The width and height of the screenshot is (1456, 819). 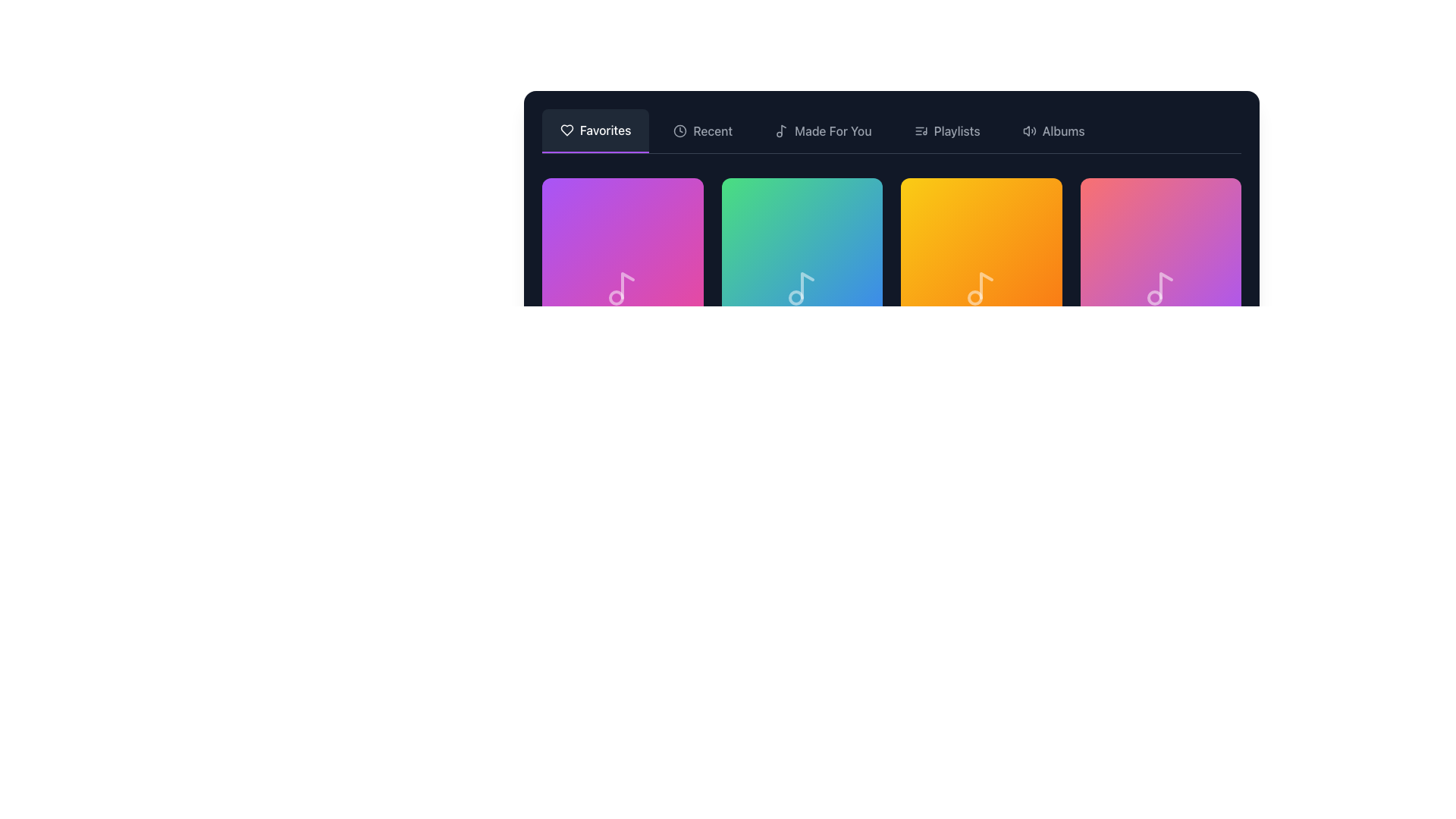 What do you see at coordinates (595, 130) in the screenshot?
I see `the 'Favorites' button, which is a dark rectangular button with rounded corners, labeled 'Favorites' and featuring a heart icon, located at the top of the interface` at bounding box center [595, 130].